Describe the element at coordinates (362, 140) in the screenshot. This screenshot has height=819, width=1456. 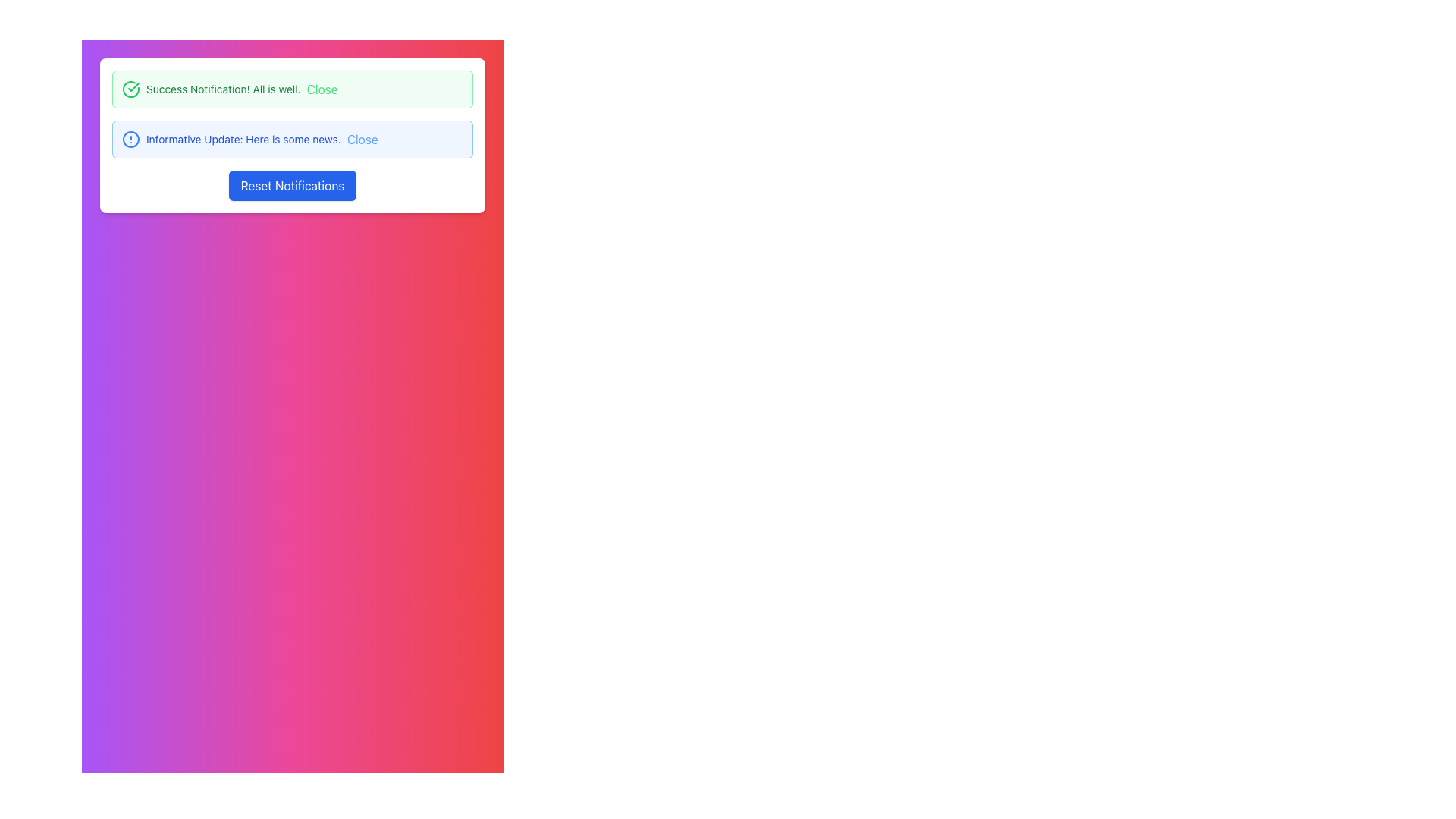
I see `the dismiss button in the bottom notification box` at that location.